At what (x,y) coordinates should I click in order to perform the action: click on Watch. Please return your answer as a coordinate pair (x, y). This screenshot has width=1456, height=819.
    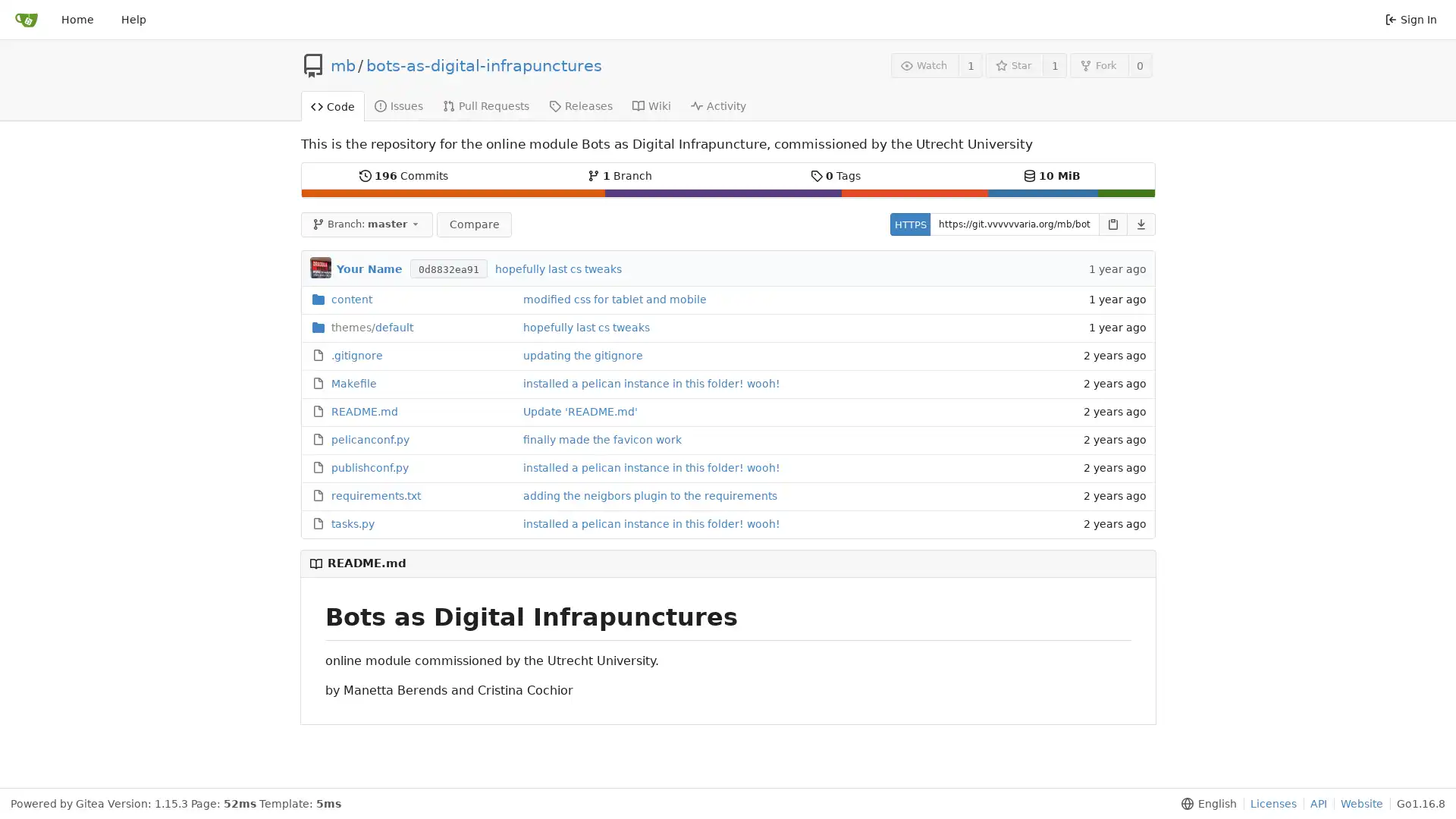
    Looking at the image, I should click on (924, 64).